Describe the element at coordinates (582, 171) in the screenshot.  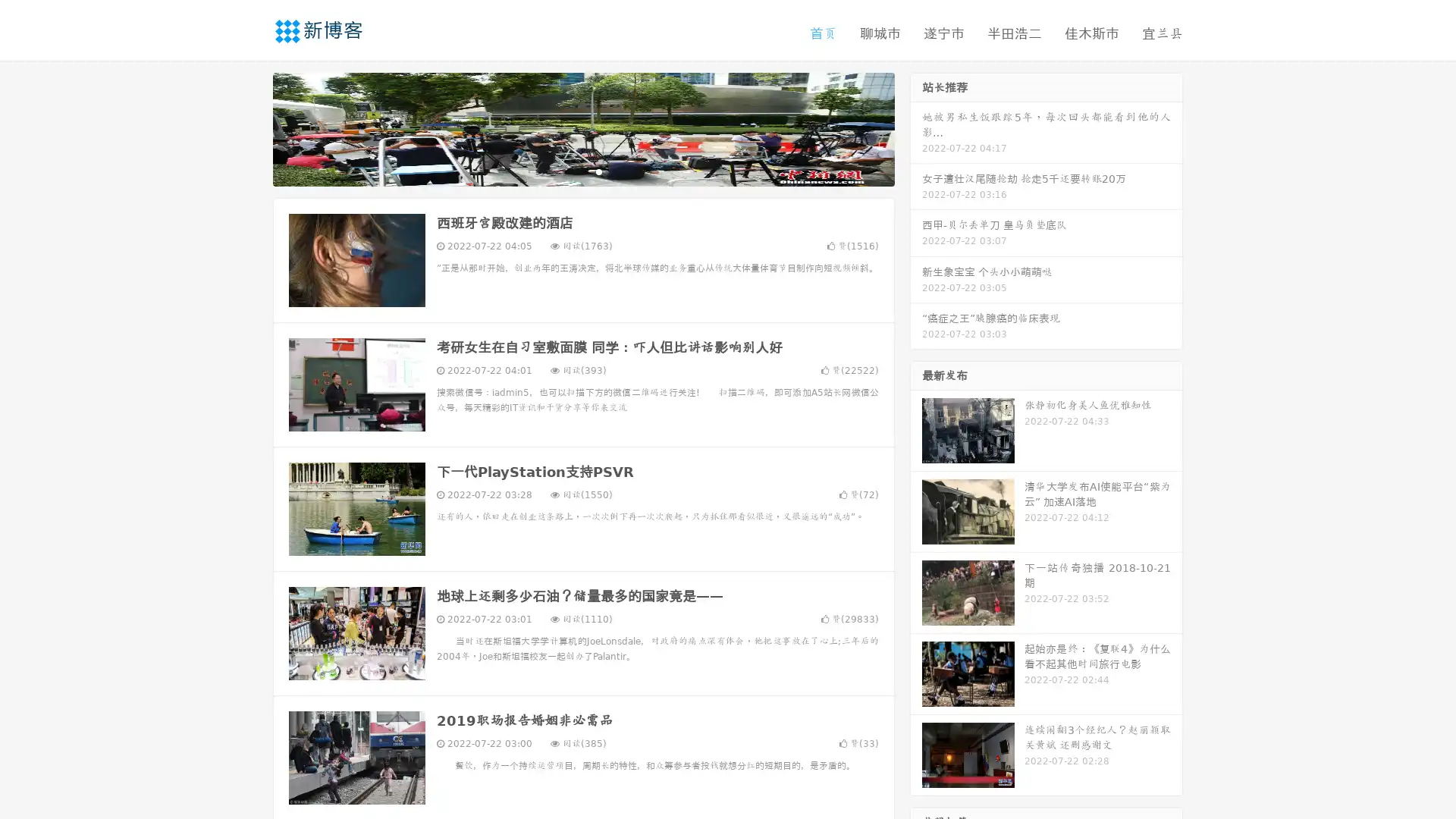
I see `Go to slide 2` at that location.